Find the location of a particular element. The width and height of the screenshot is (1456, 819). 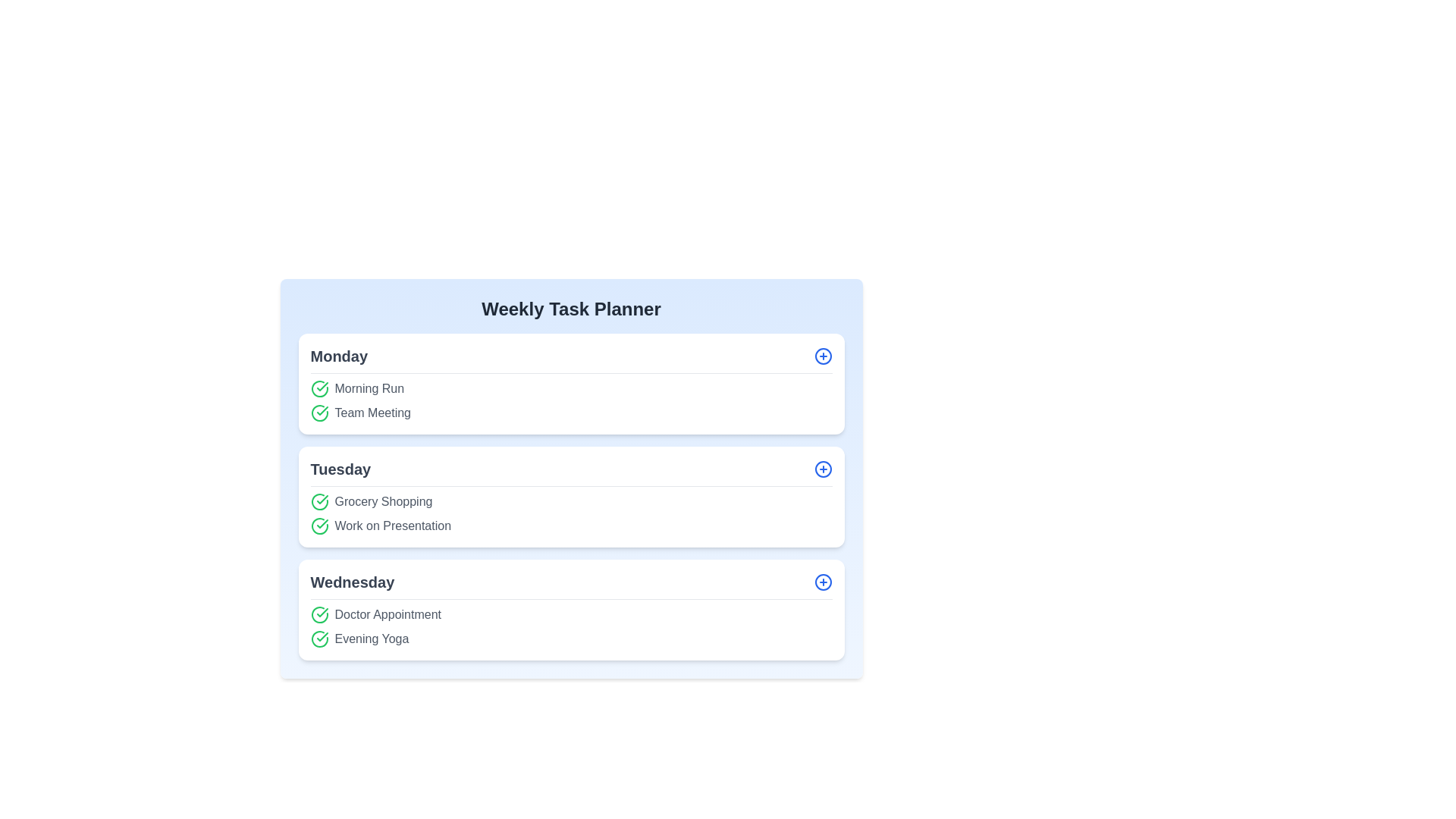

the 'Add Task' button for Monday is located at coordinates (822, 356).